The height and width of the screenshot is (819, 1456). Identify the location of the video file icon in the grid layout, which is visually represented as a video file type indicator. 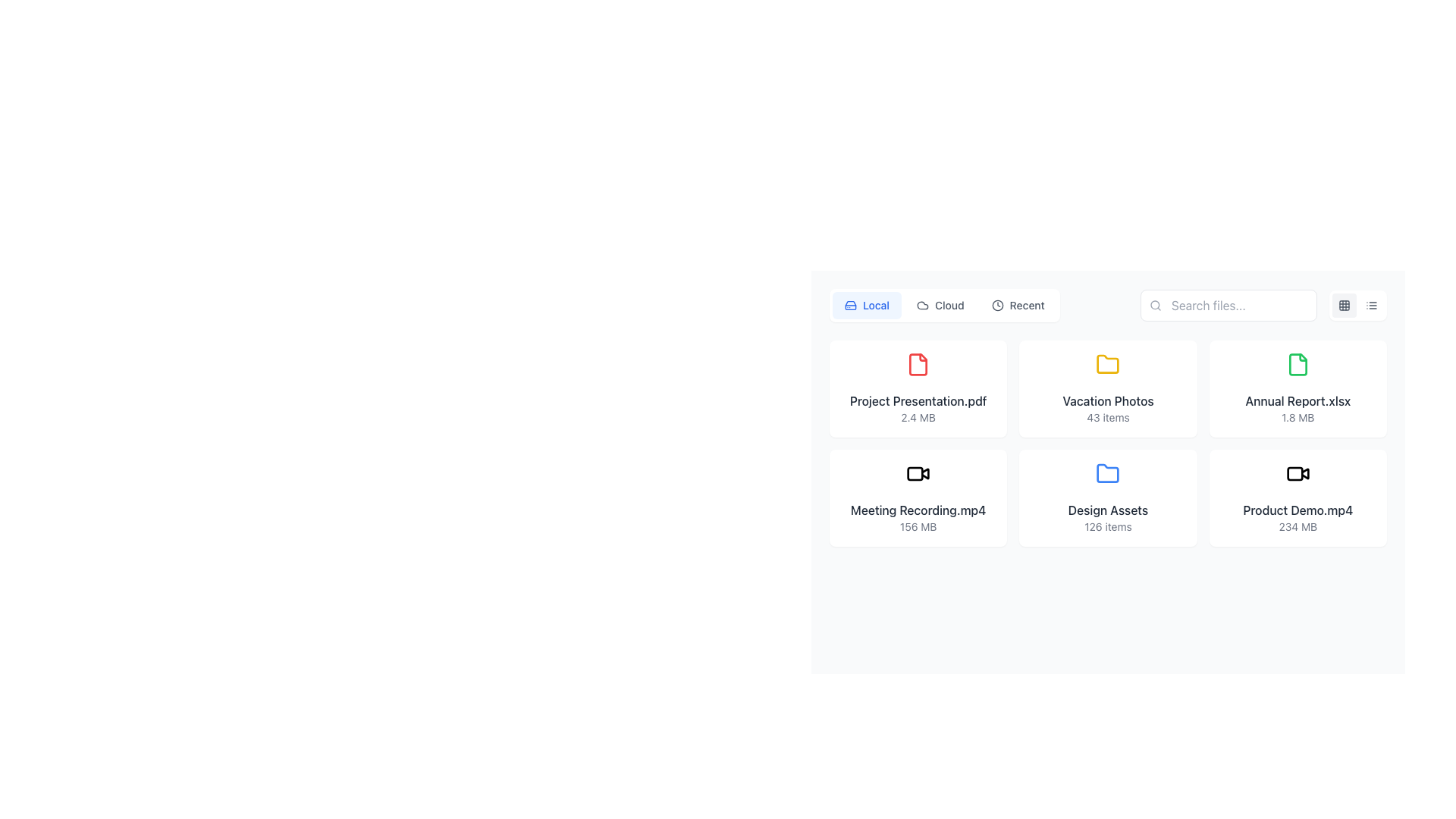
(918, 472).